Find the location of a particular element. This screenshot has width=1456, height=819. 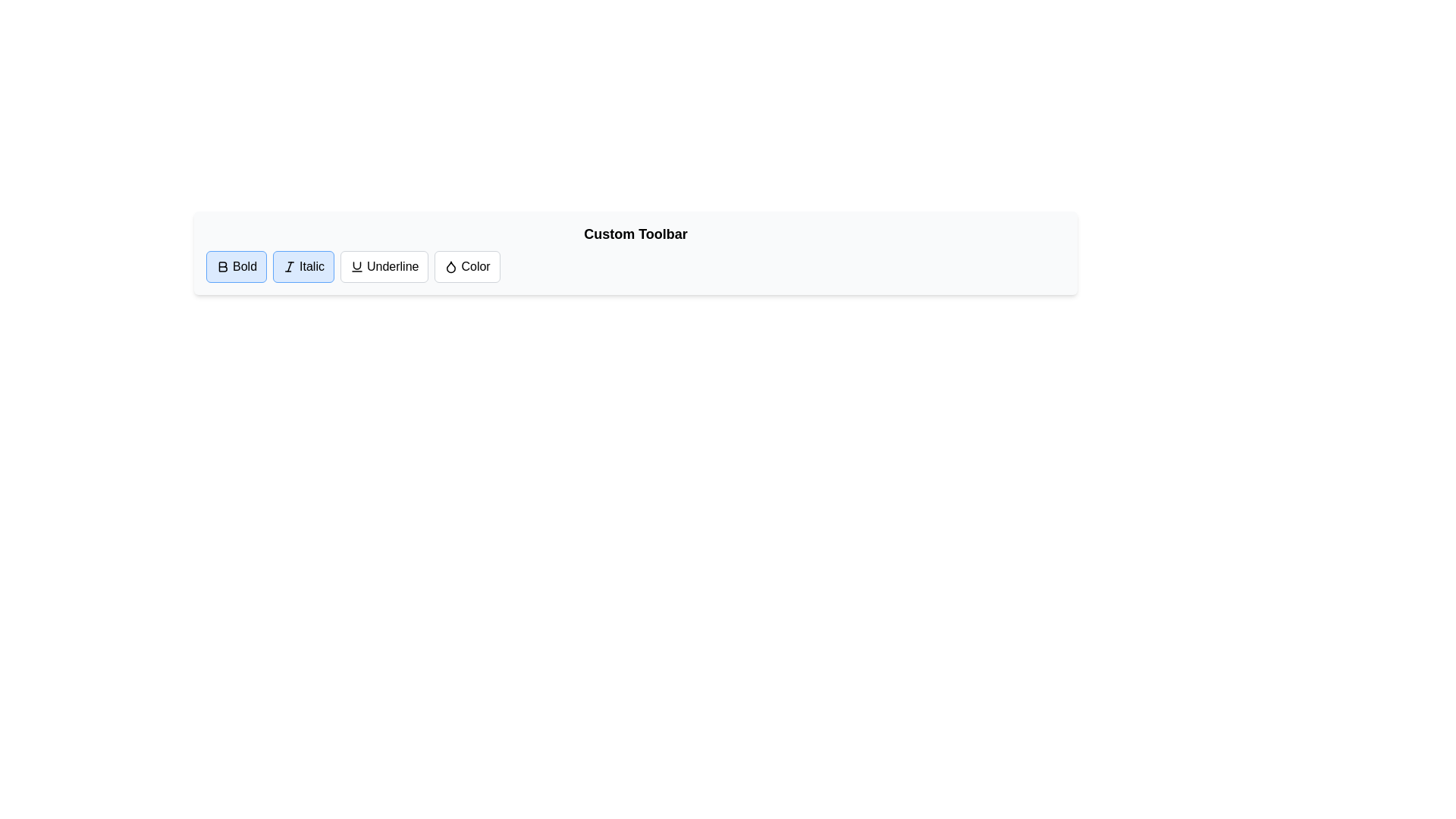

the upper curve of the underline graphical representation within the 'Underline' icon located in the formatting toolbar under 'Custom Toolbar' is located at coordinates (356, 265).